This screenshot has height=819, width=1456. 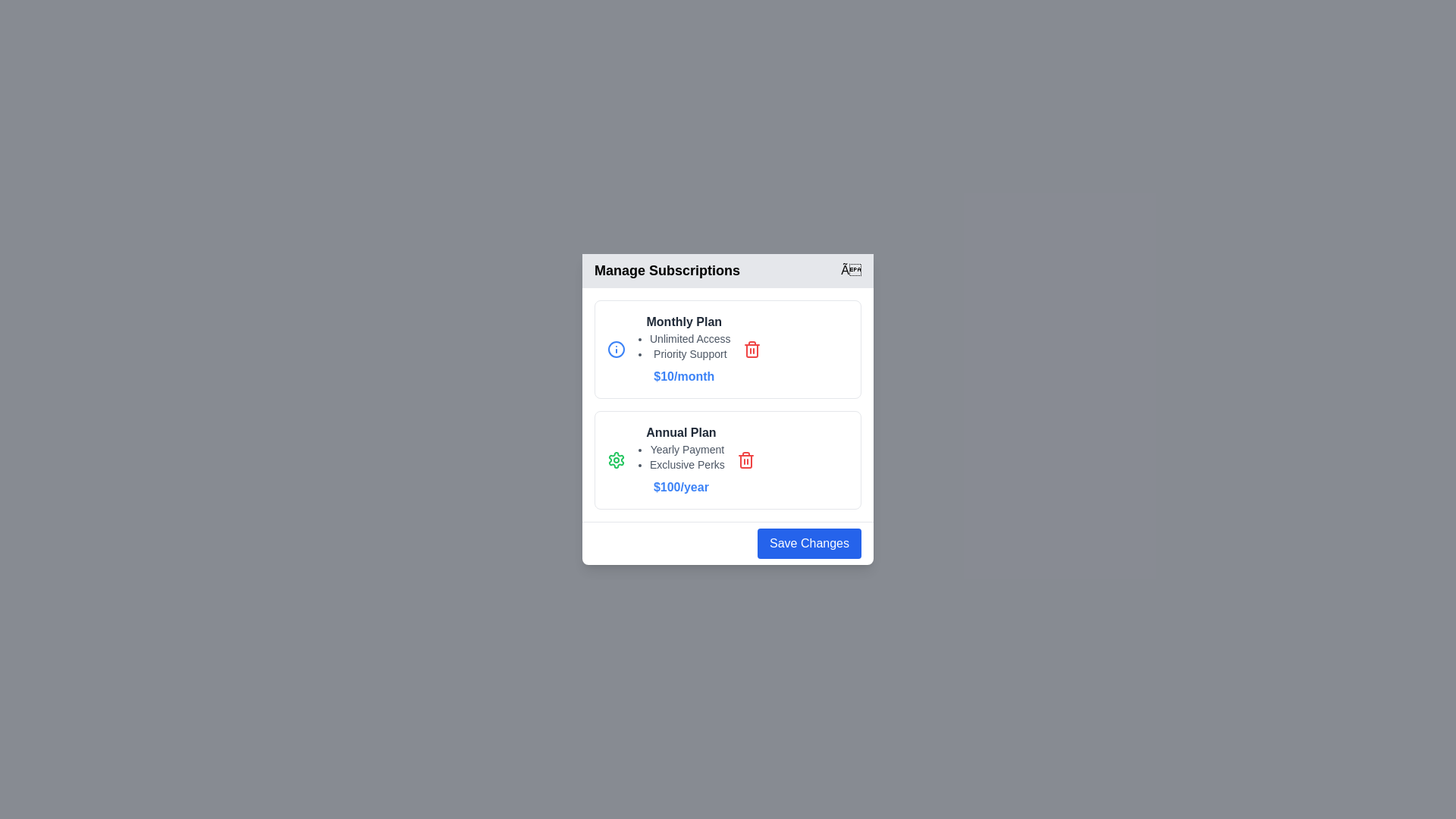 What do you see at coordinates (616, 459) in the screenshot?
I see `the information icon for the subscription plan Annual Plan` at bounding box center [616, 459].